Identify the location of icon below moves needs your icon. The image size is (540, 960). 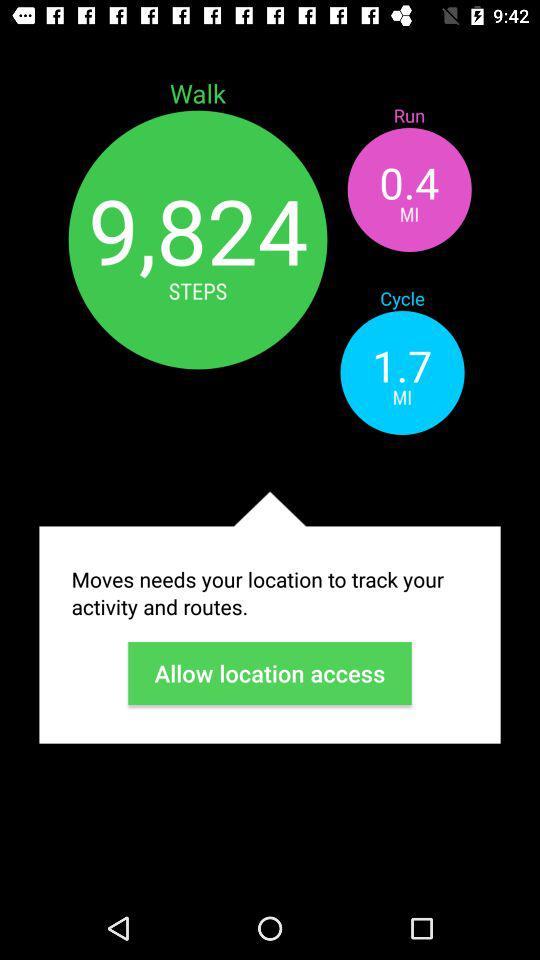
(270, 673).